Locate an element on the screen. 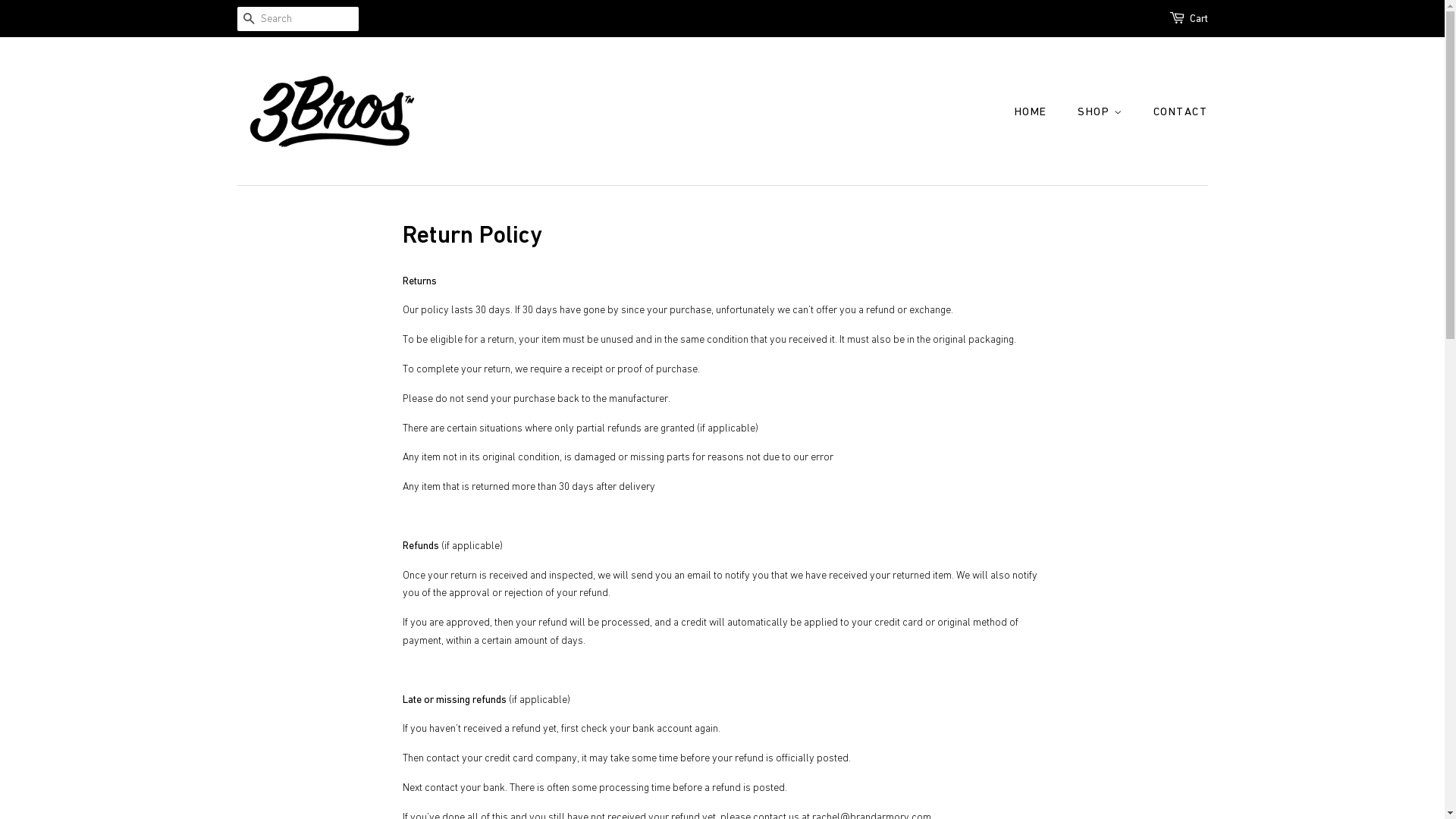 The width and height of the screenshot is (1456, 819). 'SHOP' is located at coordinates (1065, 110).